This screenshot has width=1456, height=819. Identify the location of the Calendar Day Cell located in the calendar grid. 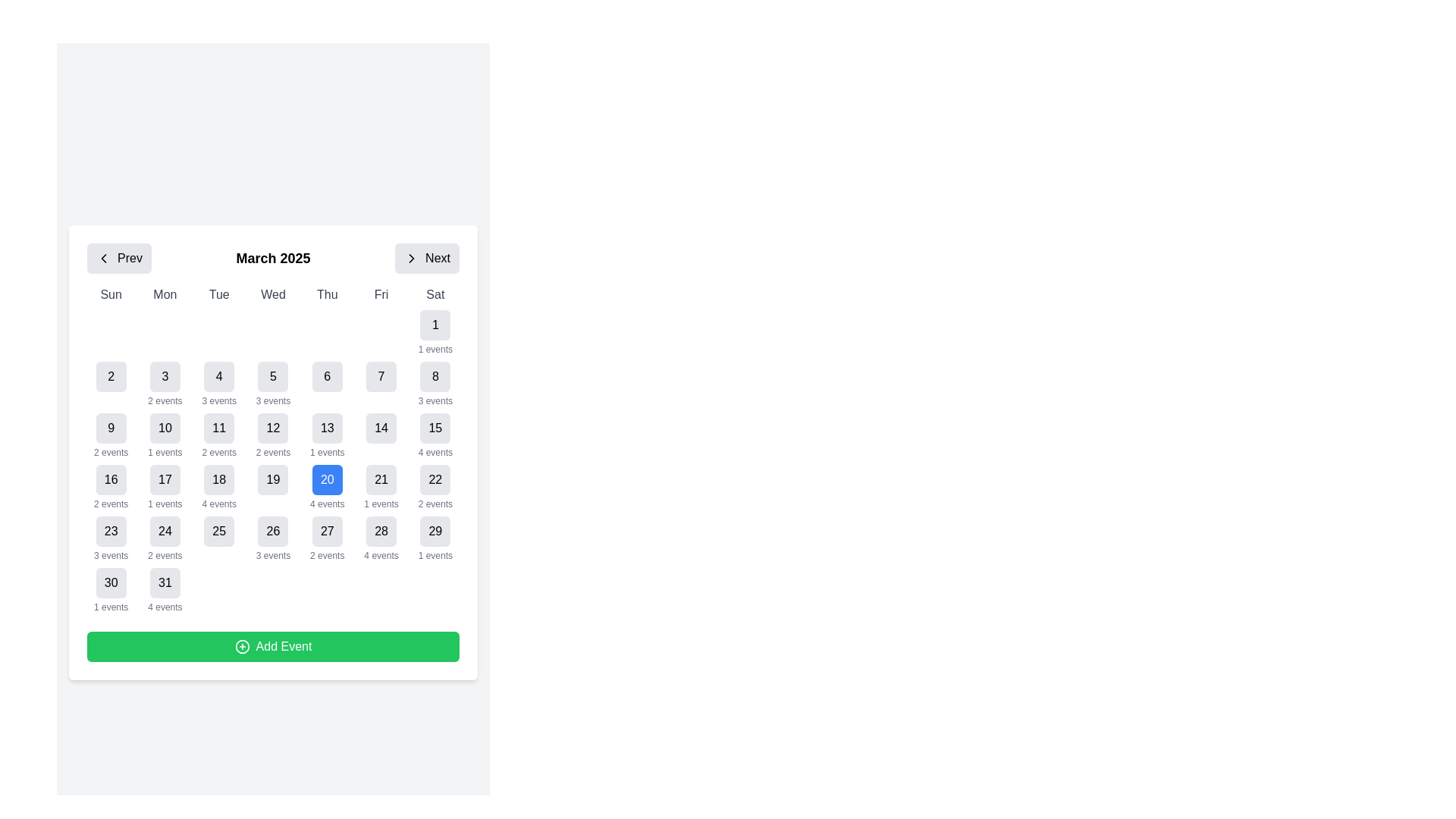
(273, 449).